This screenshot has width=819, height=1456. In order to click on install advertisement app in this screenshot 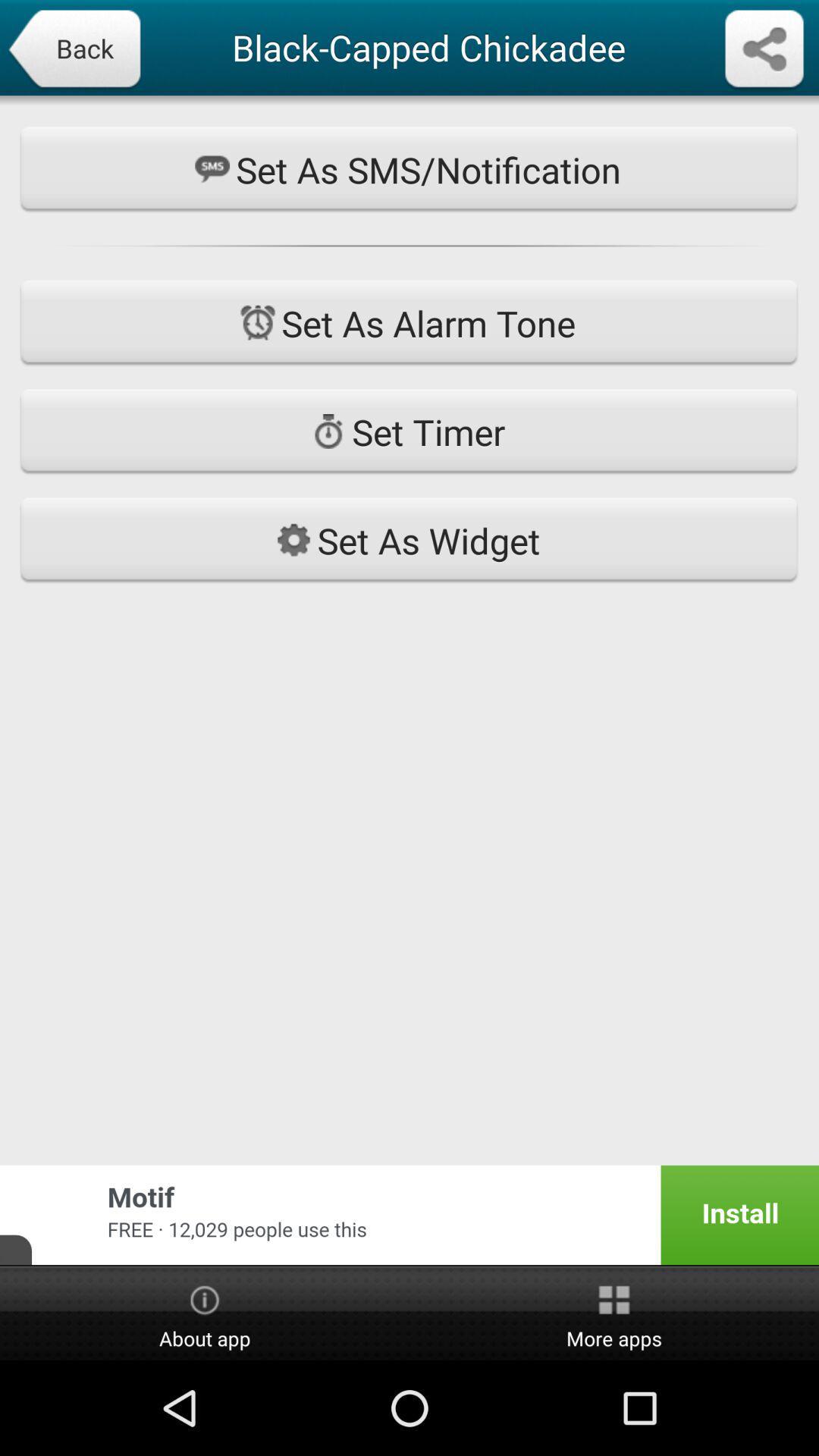, I will do `click(409, 1215)`.